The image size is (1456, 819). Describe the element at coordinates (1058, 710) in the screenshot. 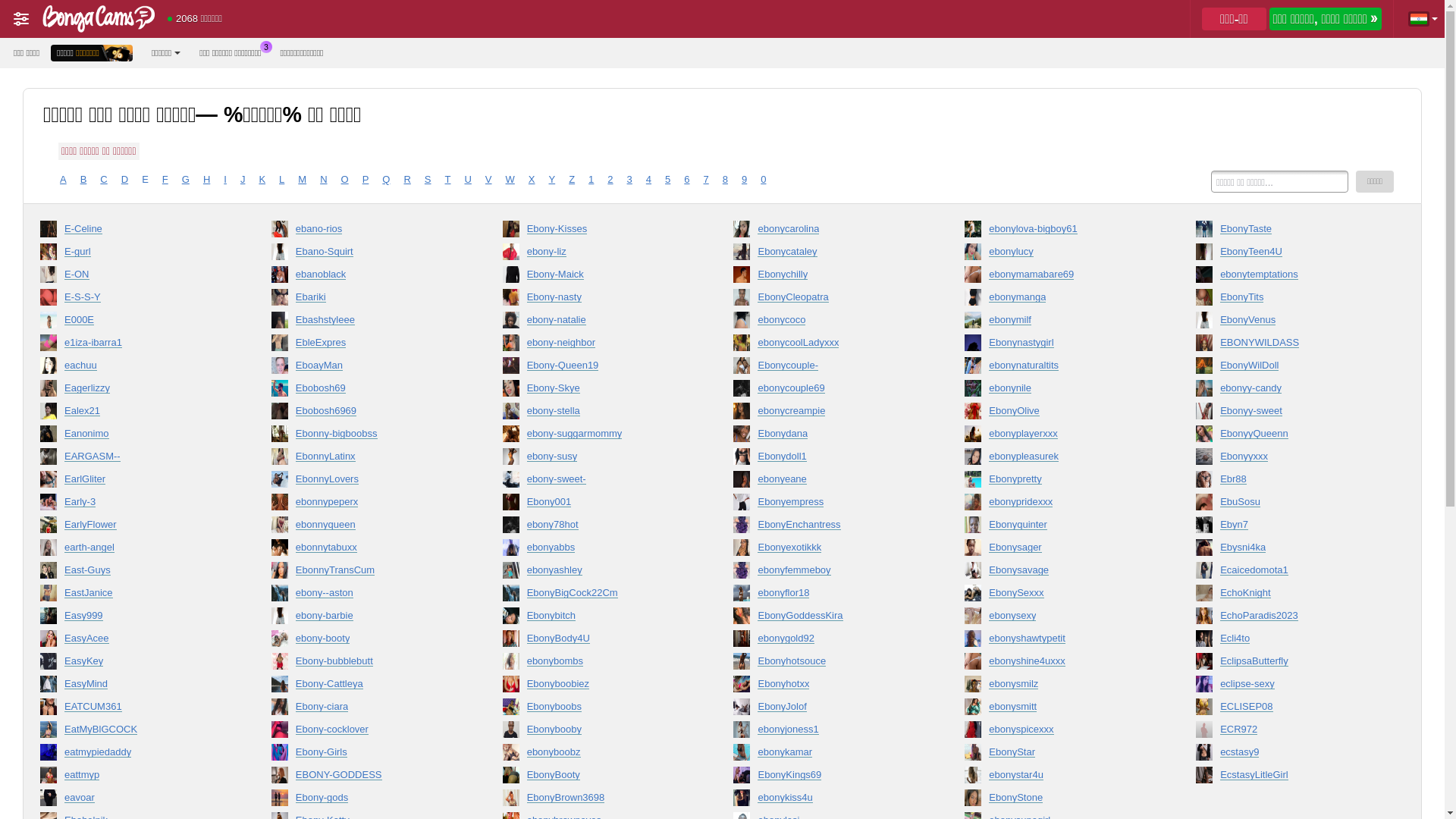

I see `'ebonysmitt'` at that location.